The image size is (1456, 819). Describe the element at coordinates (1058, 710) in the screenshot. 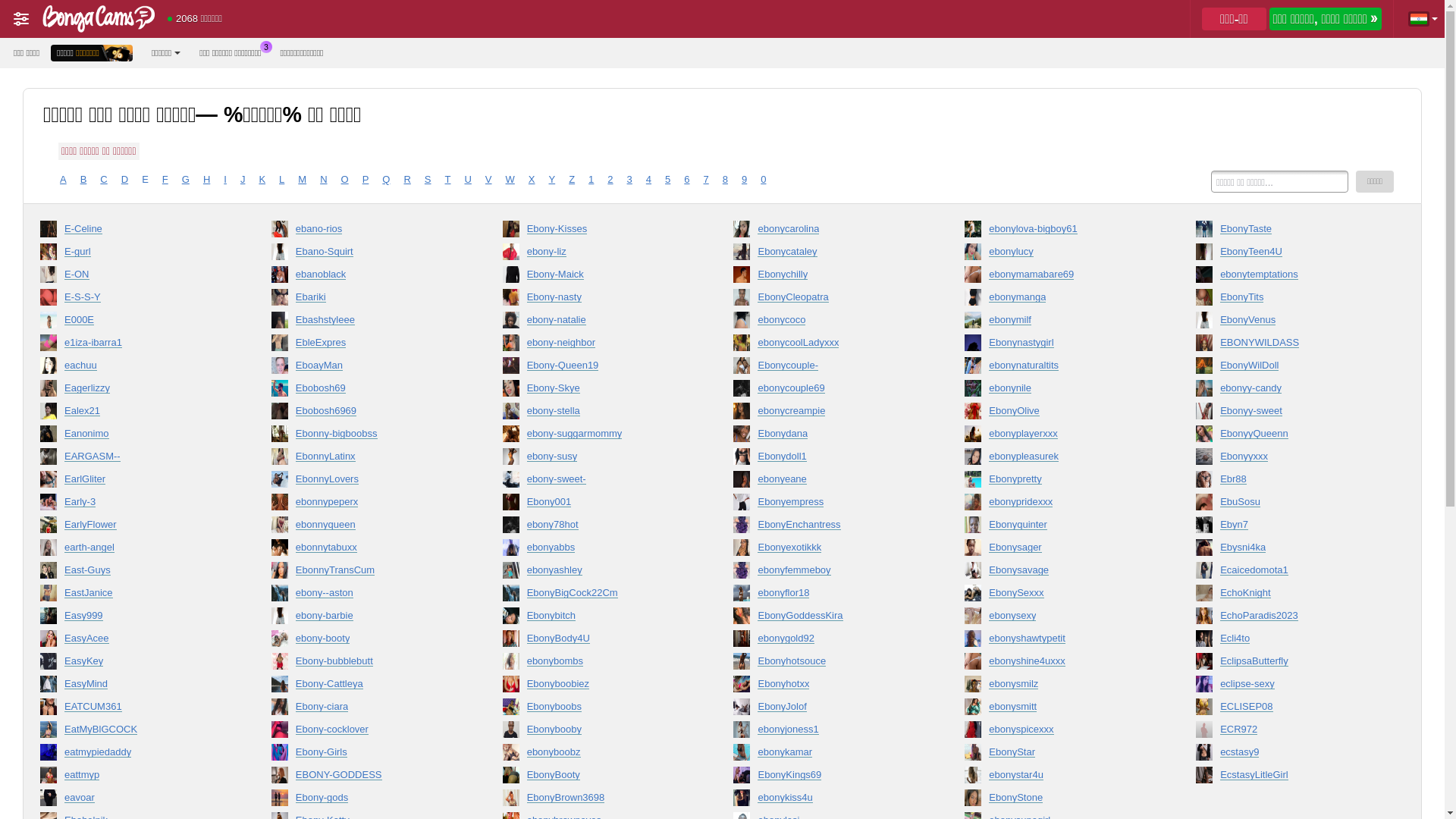

I see `'ebonysmitt'` at that location.